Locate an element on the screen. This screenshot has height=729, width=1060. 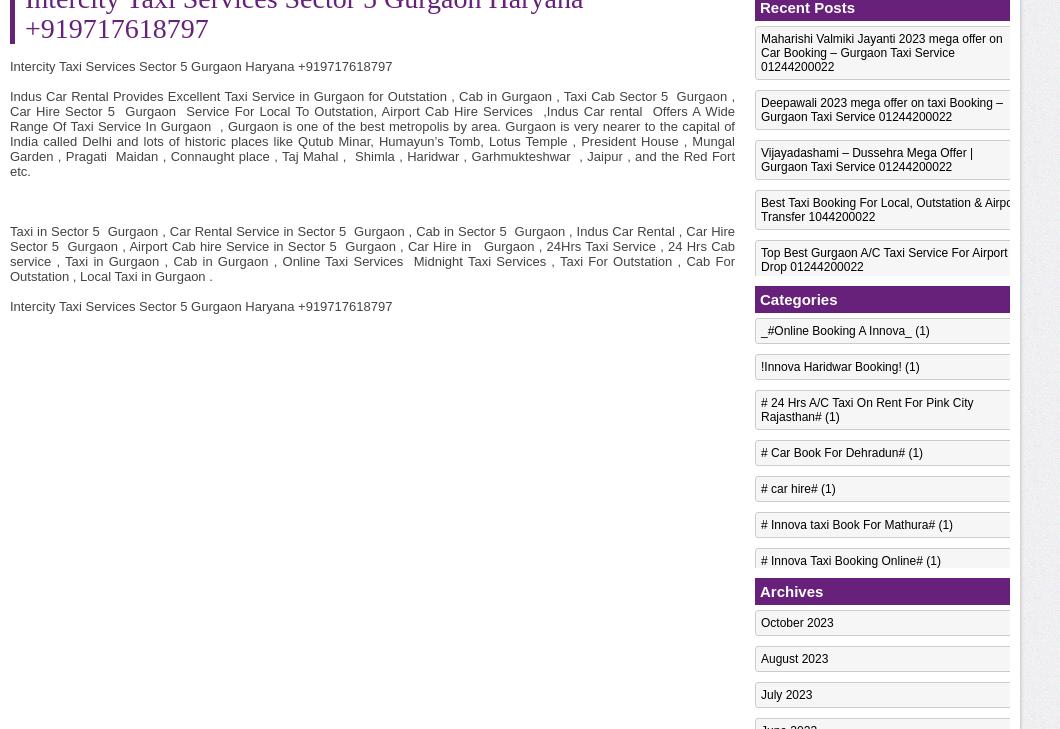
'Top Best Gurgaon A/C Taxi Service For Airport Drop 01244200022' is located at coordinates (884, 259).